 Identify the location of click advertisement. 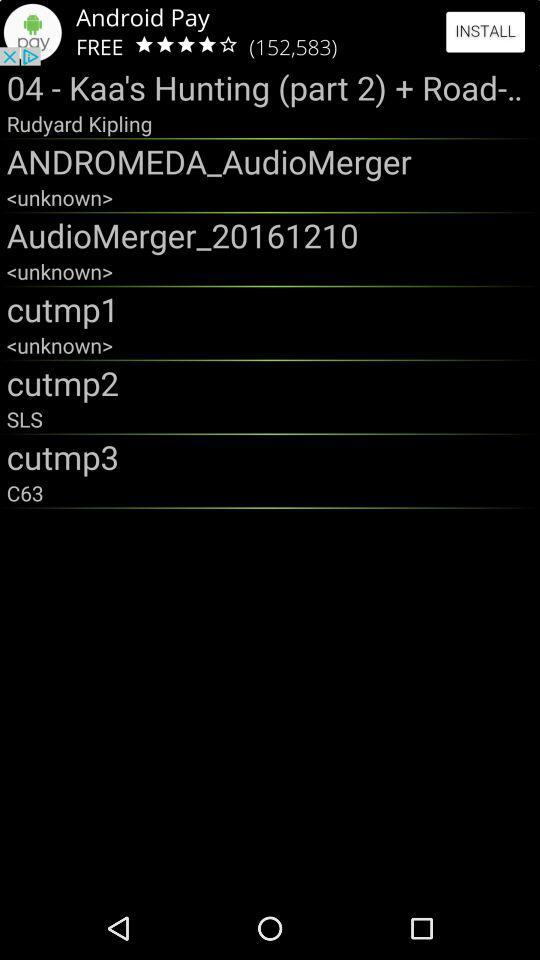
(270, 31).